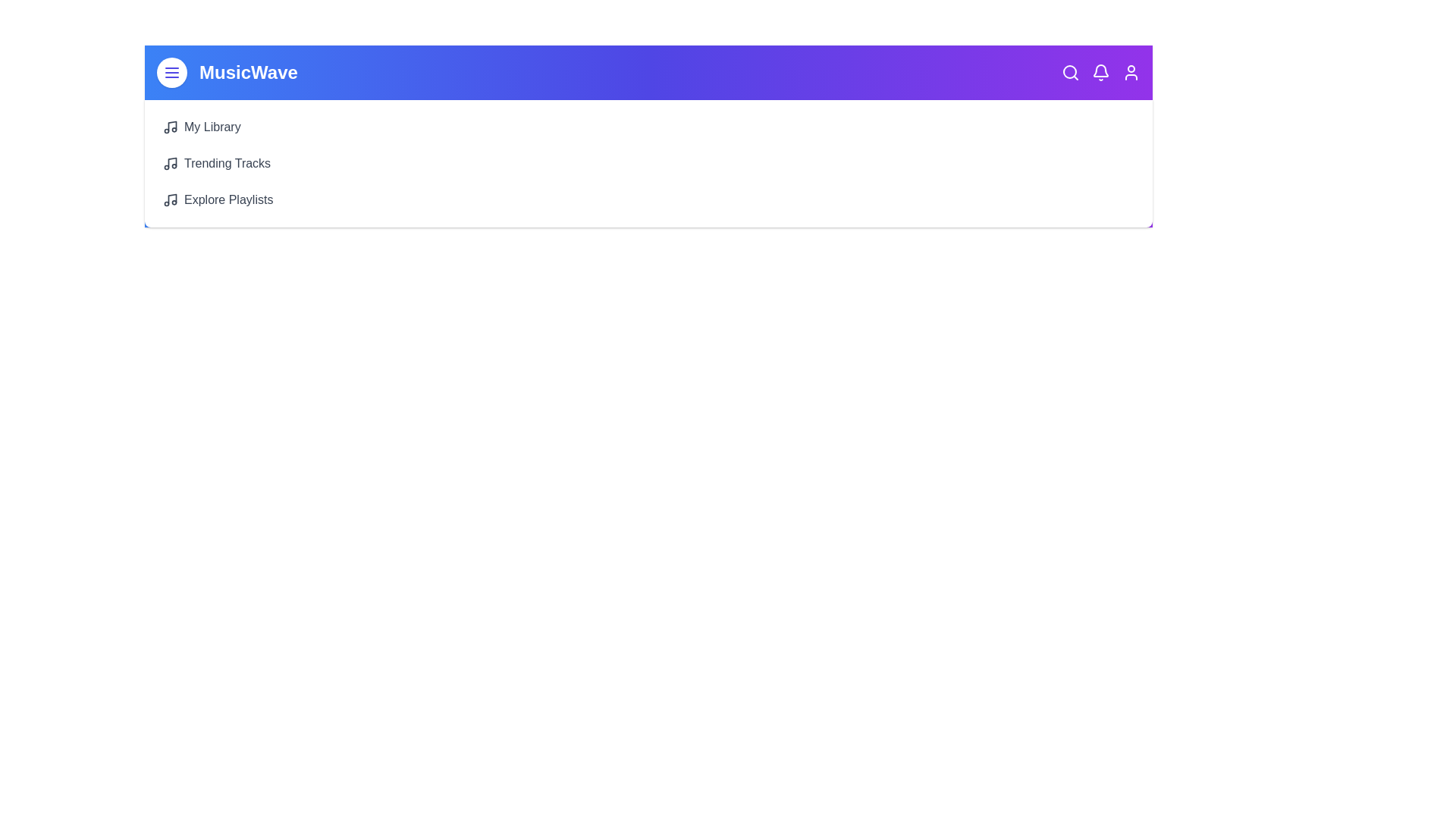  Describe the element at coordinates (217, 199) in the screenshot. I see `the 'Explore Playlists' button to browse playlists` at that location.